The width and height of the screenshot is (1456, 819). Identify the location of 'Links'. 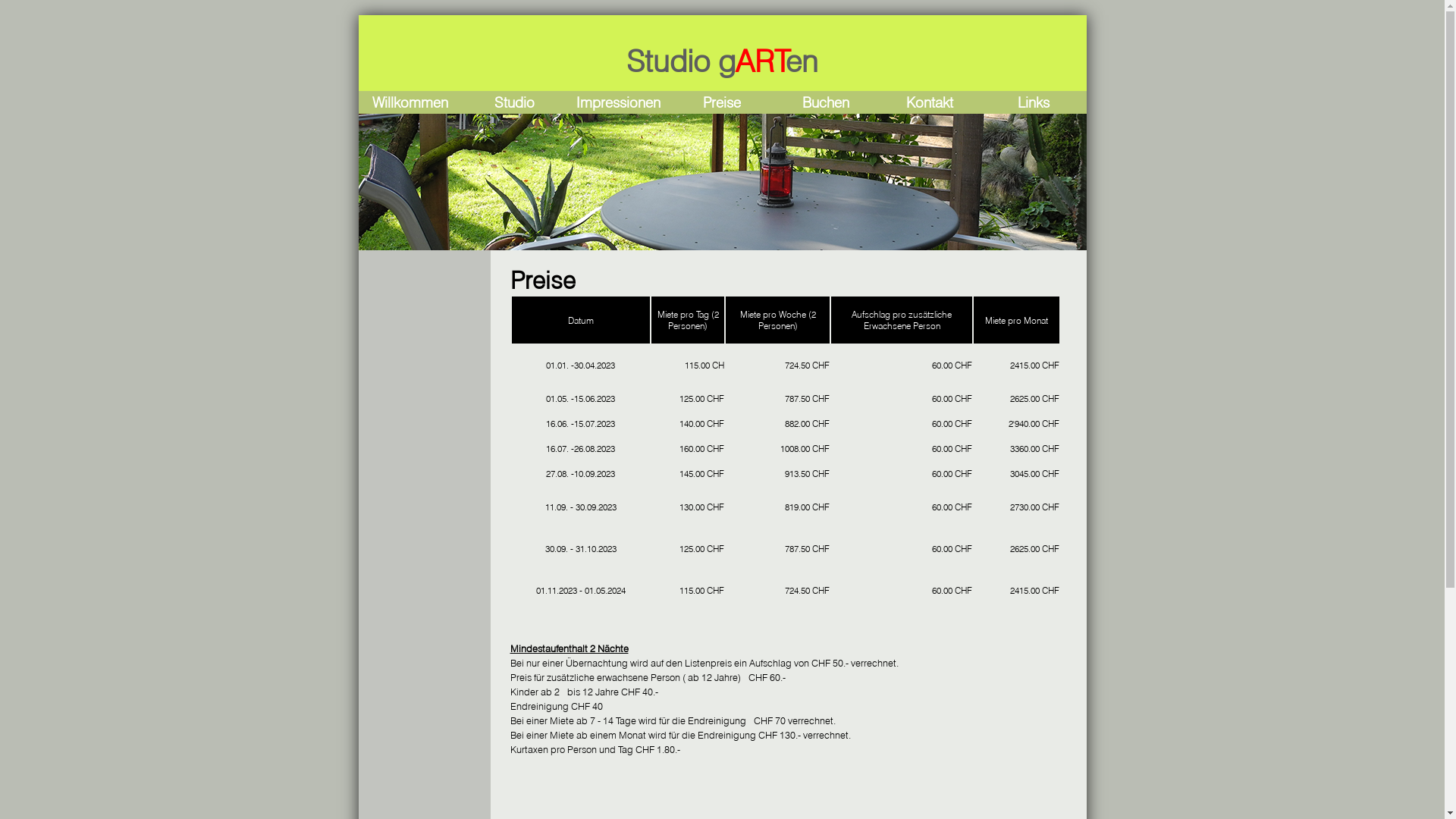
(1033, 102).